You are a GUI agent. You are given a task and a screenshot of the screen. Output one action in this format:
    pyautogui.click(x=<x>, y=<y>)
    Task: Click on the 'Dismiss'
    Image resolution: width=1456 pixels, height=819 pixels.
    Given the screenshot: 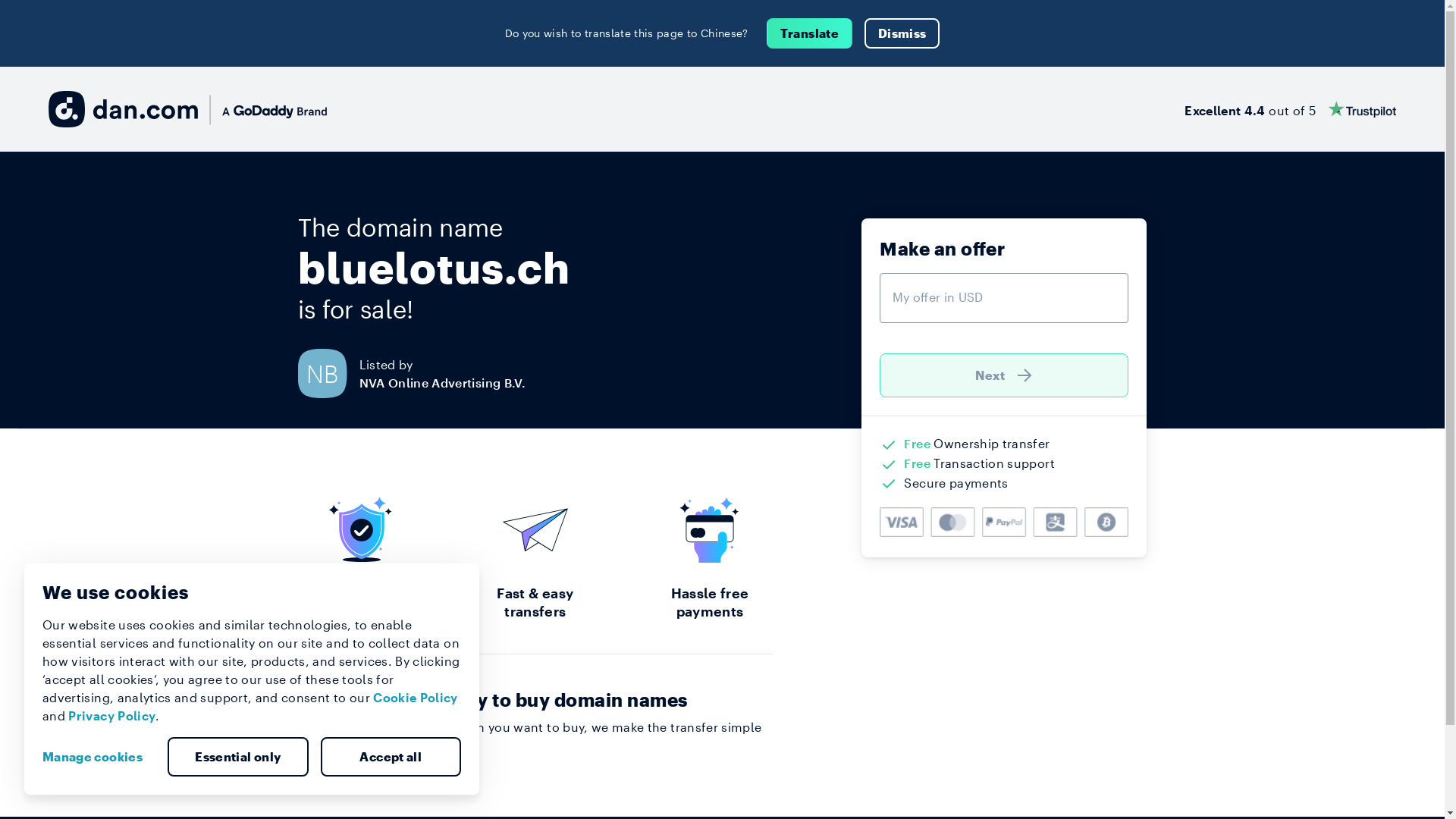 What is the action you would take?
    pyautogui.click(x=902, y=33)
    